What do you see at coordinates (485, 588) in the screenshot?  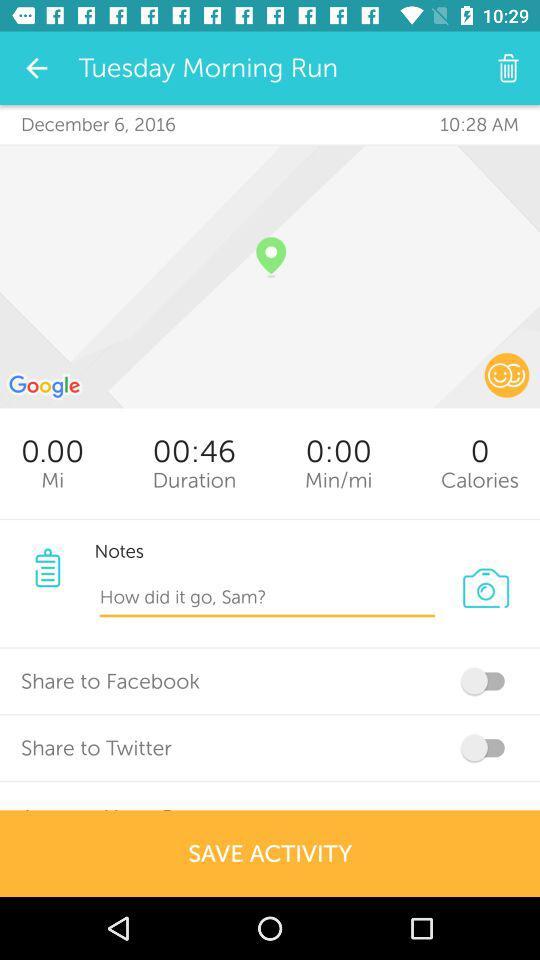 I see `the photo icon` at bounding box center [485, 588].